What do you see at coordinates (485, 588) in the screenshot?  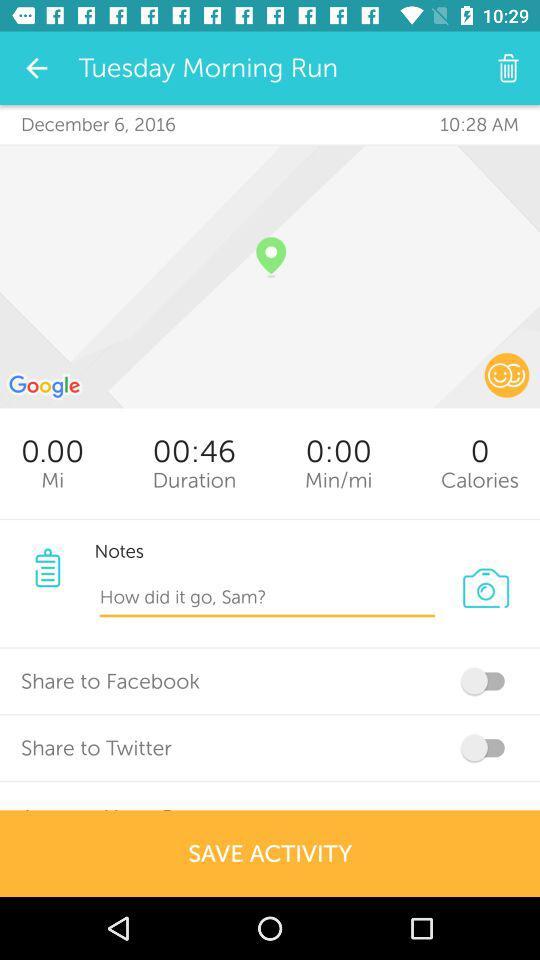 I see `the photo icon` at bounding box center [485, 588].